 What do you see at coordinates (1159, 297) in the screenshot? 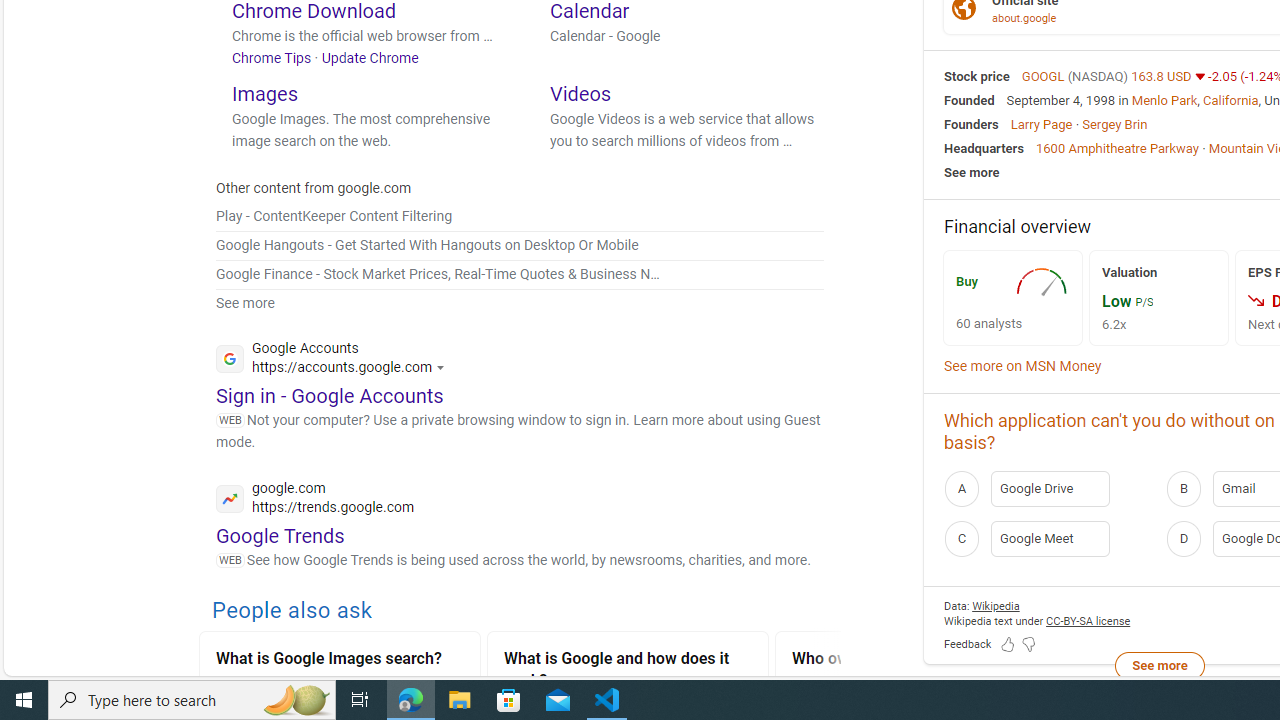
I see `'Valuation Low P/S 6.2x'` at bounding box center [1159, 297].